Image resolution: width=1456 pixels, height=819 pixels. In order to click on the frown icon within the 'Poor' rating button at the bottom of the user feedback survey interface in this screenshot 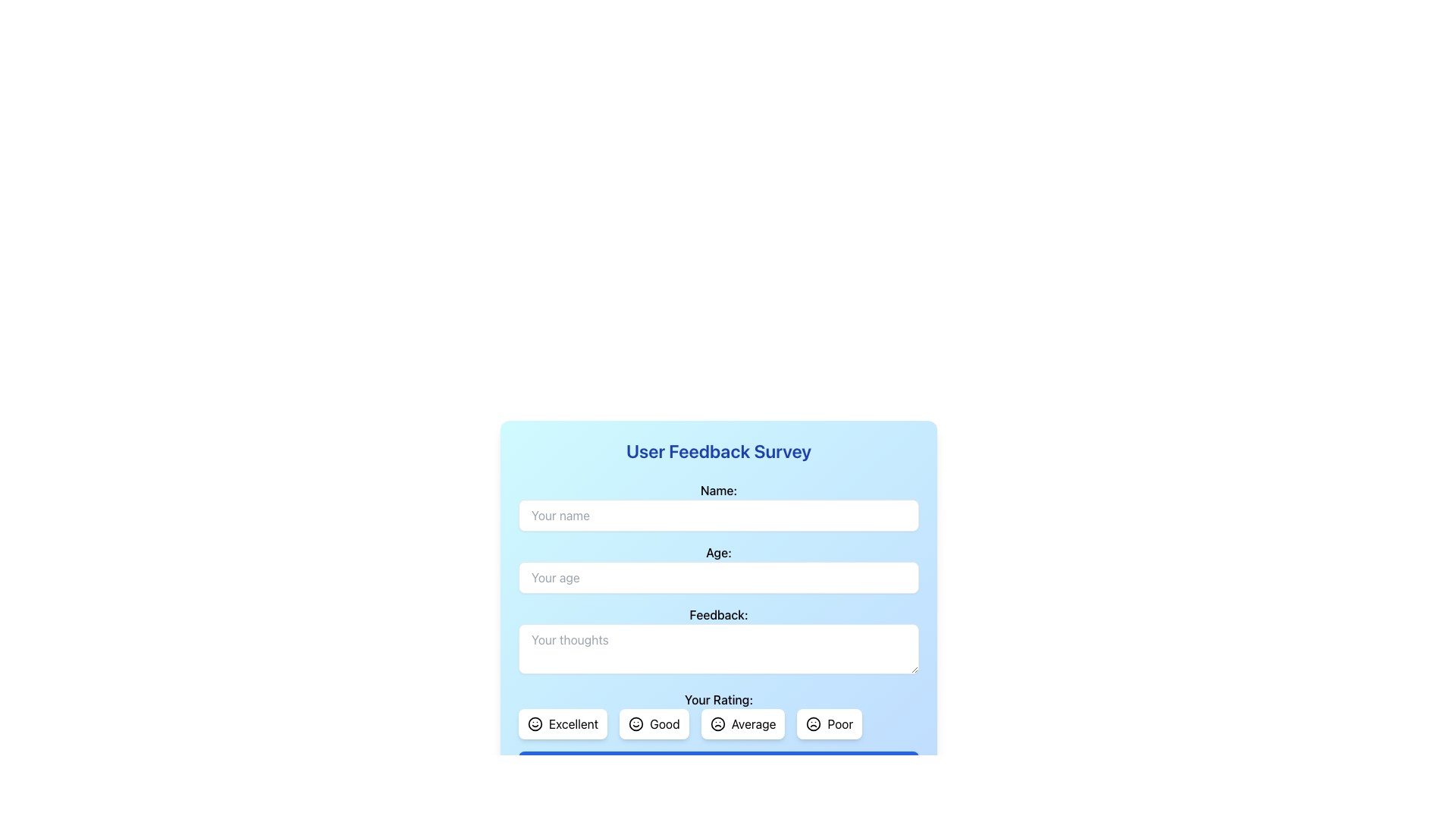, I will do `click(813, 723)`.